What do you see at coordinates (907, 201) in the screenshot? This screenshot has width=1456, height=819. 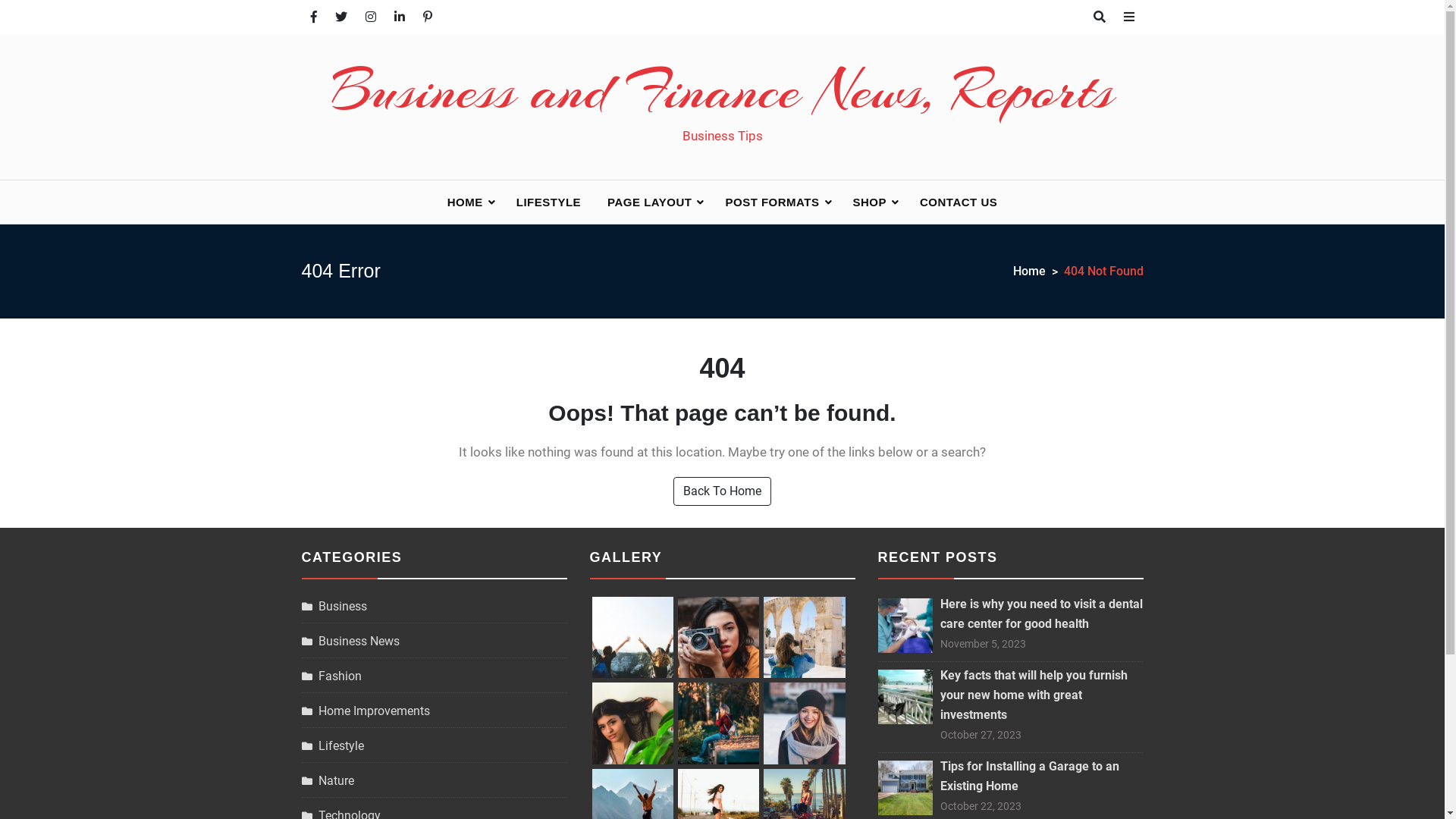 I see `'CONTACT US'` at bounding box center [907, 201].